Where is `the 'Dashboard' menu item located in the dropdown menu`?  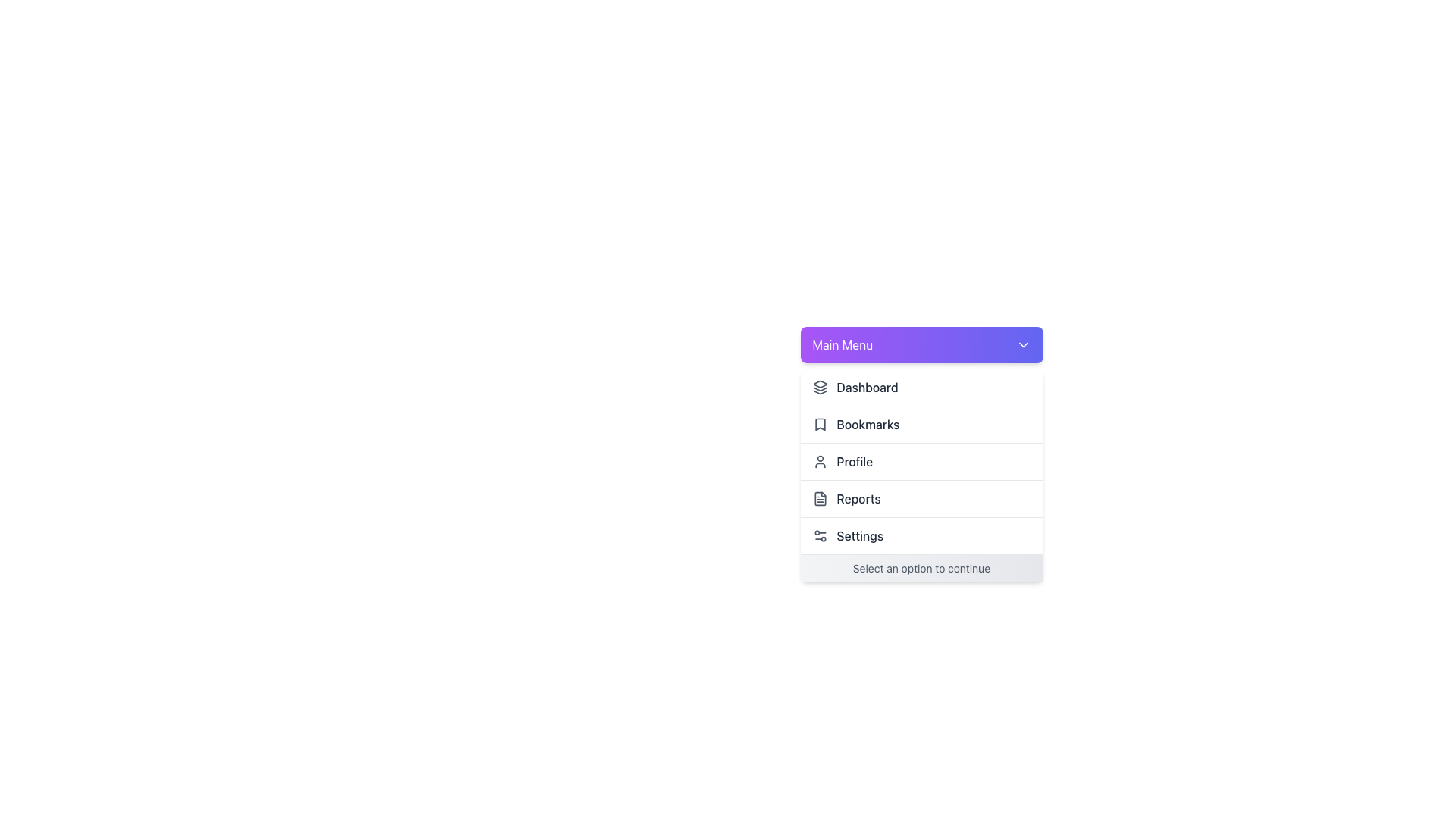
the 'Dashboard' menu item located in the dropdown menu is located at coordinates (867, 386).